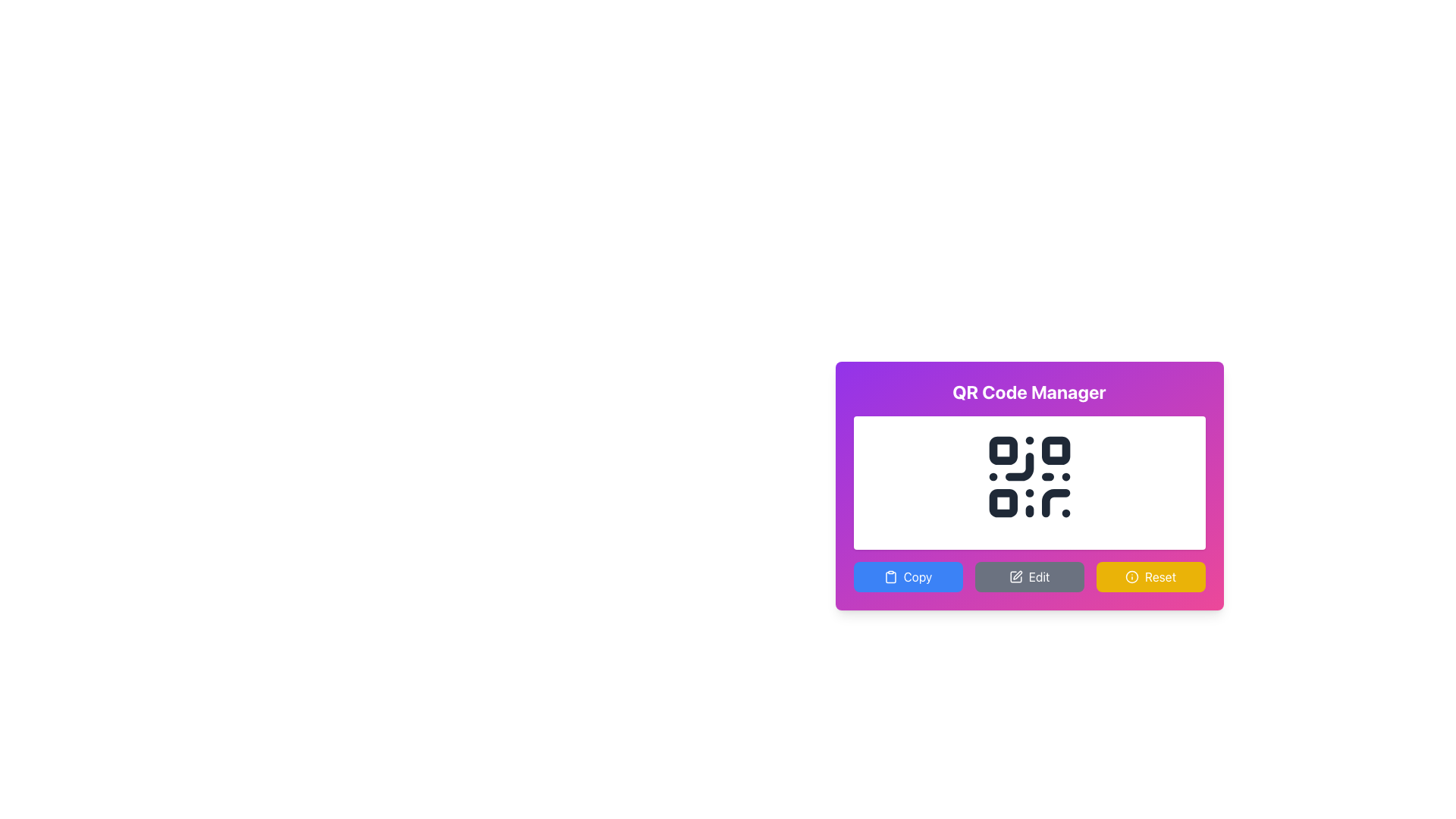 The height and width of the screenshot is (819, 1456). Describe the element at coordinates (1055, 503) in the screenshot. I see `the U-shaped black line component of the QR code graphic within the 'QR Code Manager' widget` at that location.